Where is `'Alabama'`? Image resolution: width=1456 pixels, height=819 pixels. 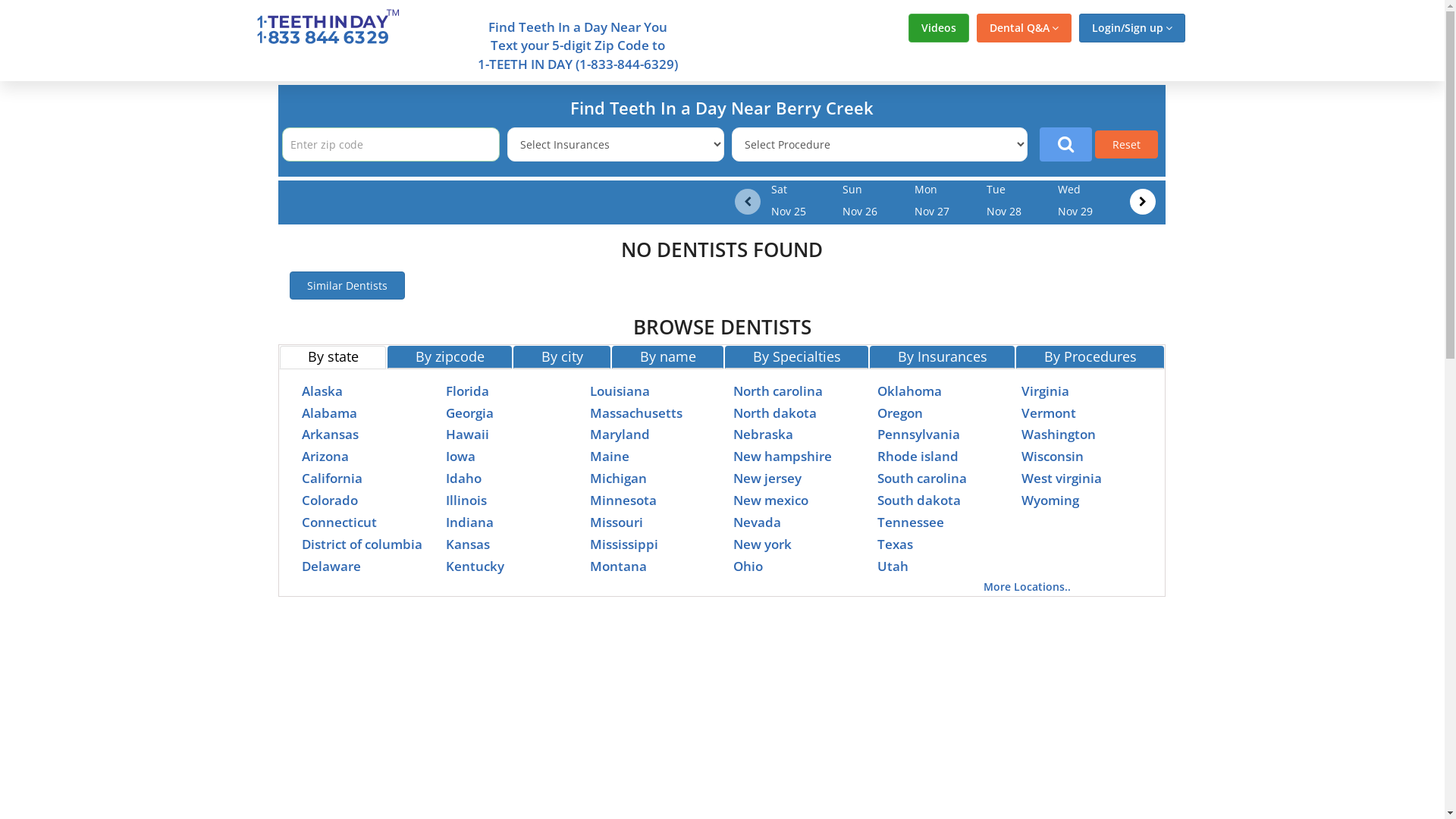 'Alabama' is located at coordinates (328, 413).